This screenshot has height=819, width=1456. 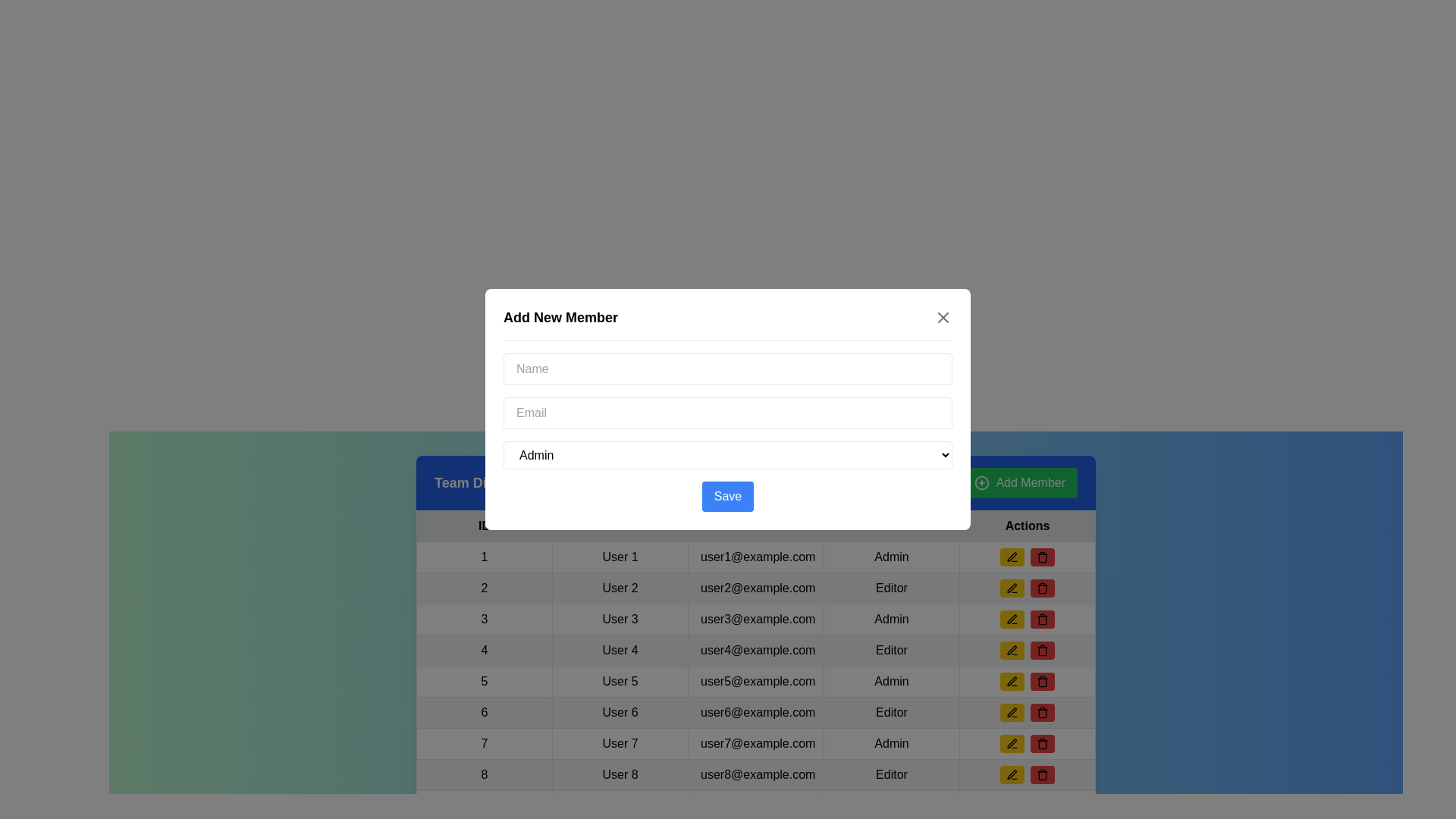 I want to click on the delete button located in the 'Actions' column of the table for 'User 6' (user6@example.com, Admin) to trigger hover effects, so click(x=1041, y=680).